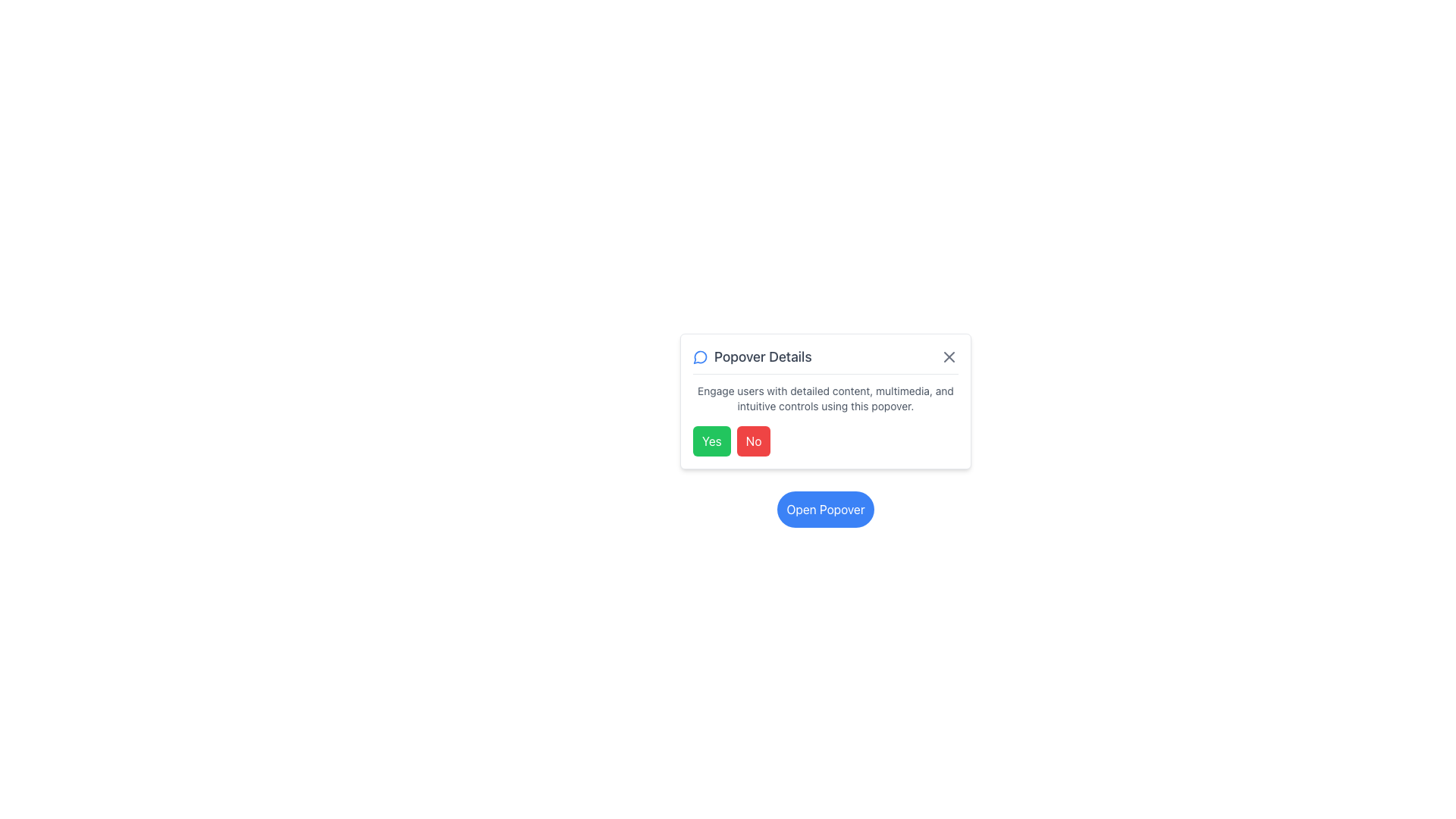  I want to click on the close button located at the top-right corner of the 'Popover Details' dialog, so click(949, 356).